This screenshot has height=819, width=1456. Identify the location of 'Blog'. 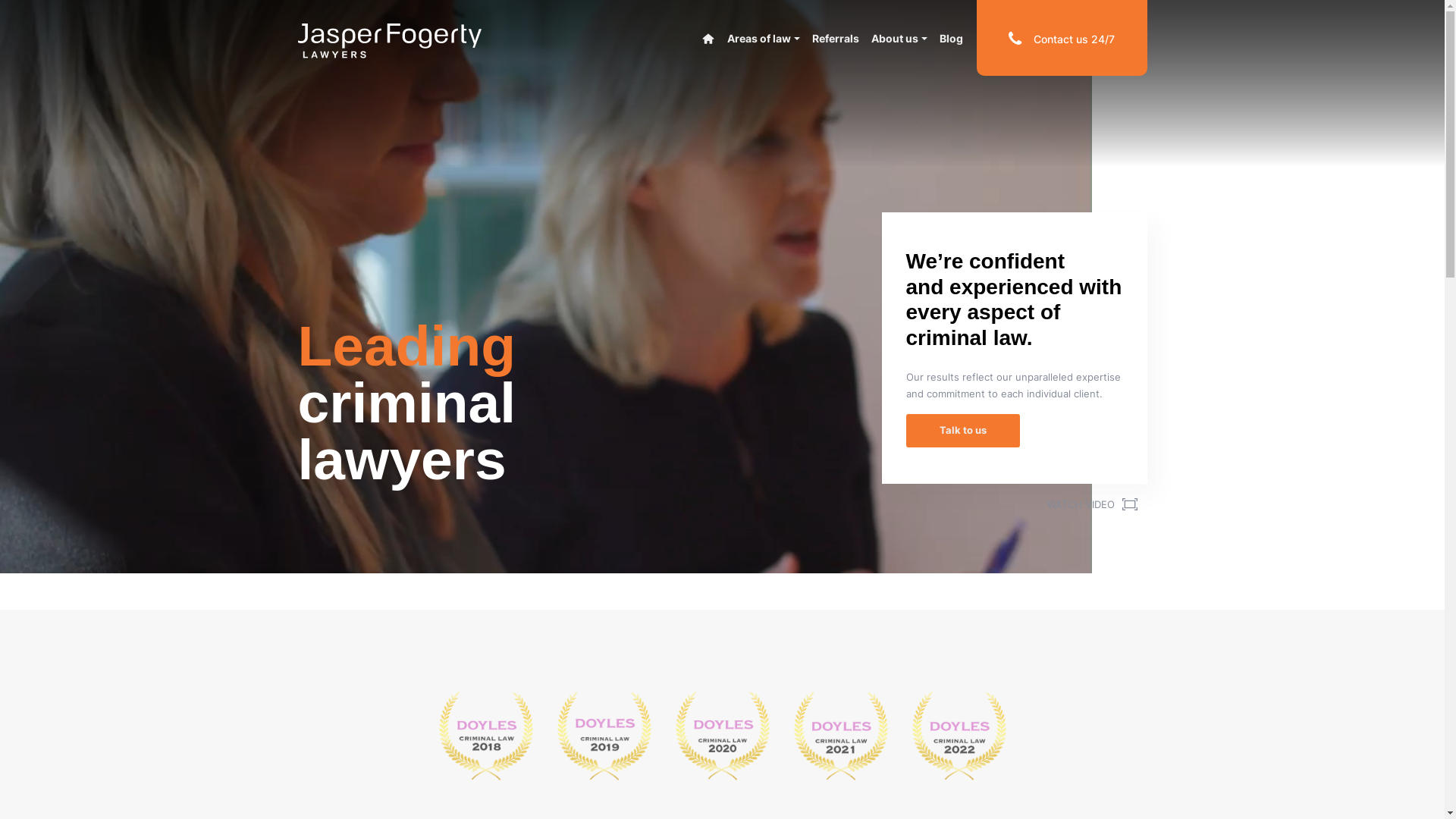
(949, 37).